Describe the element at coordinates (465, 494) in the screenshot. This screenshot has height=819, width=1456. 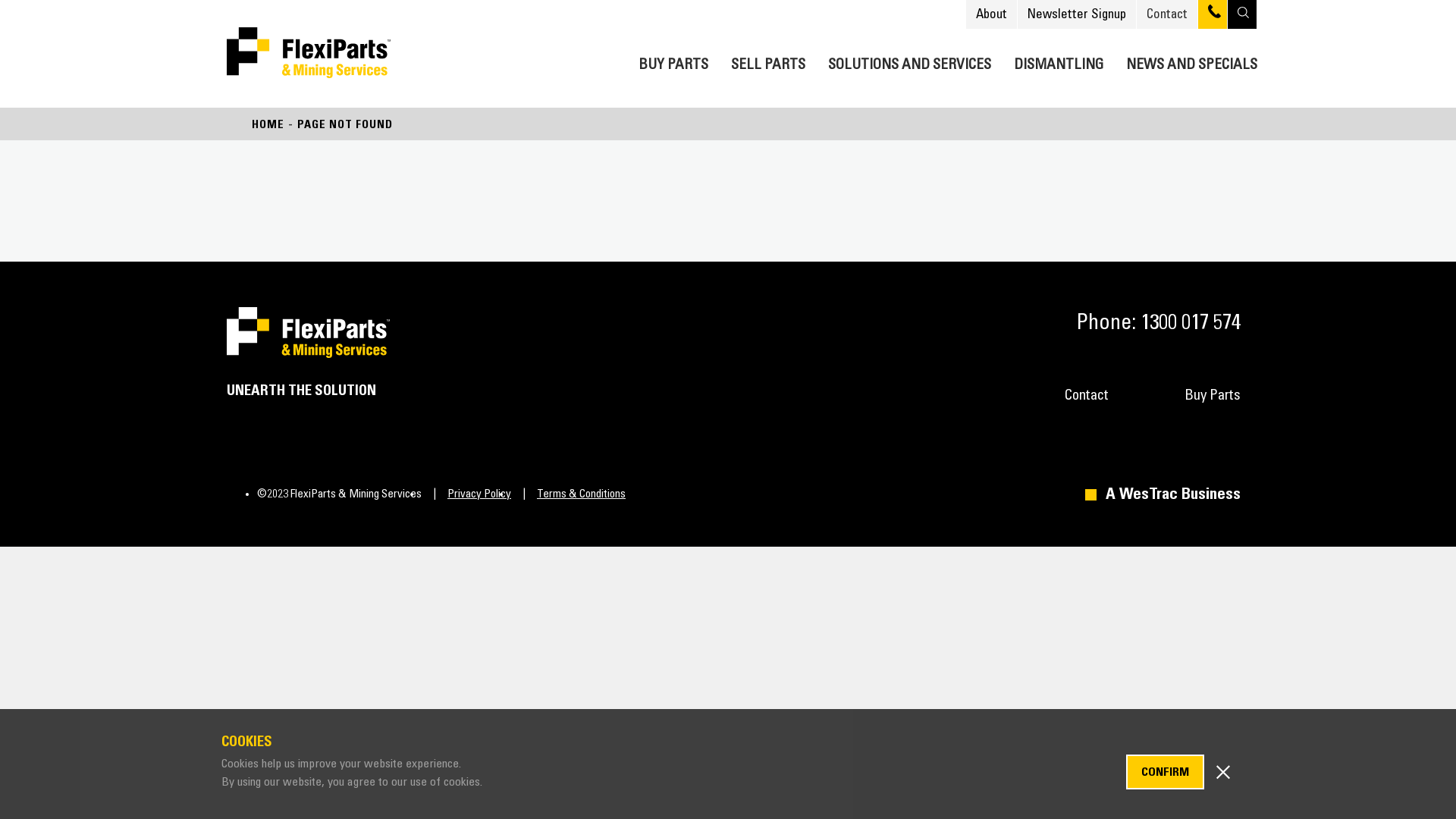
I see `'Privacy Policy'` at that location.